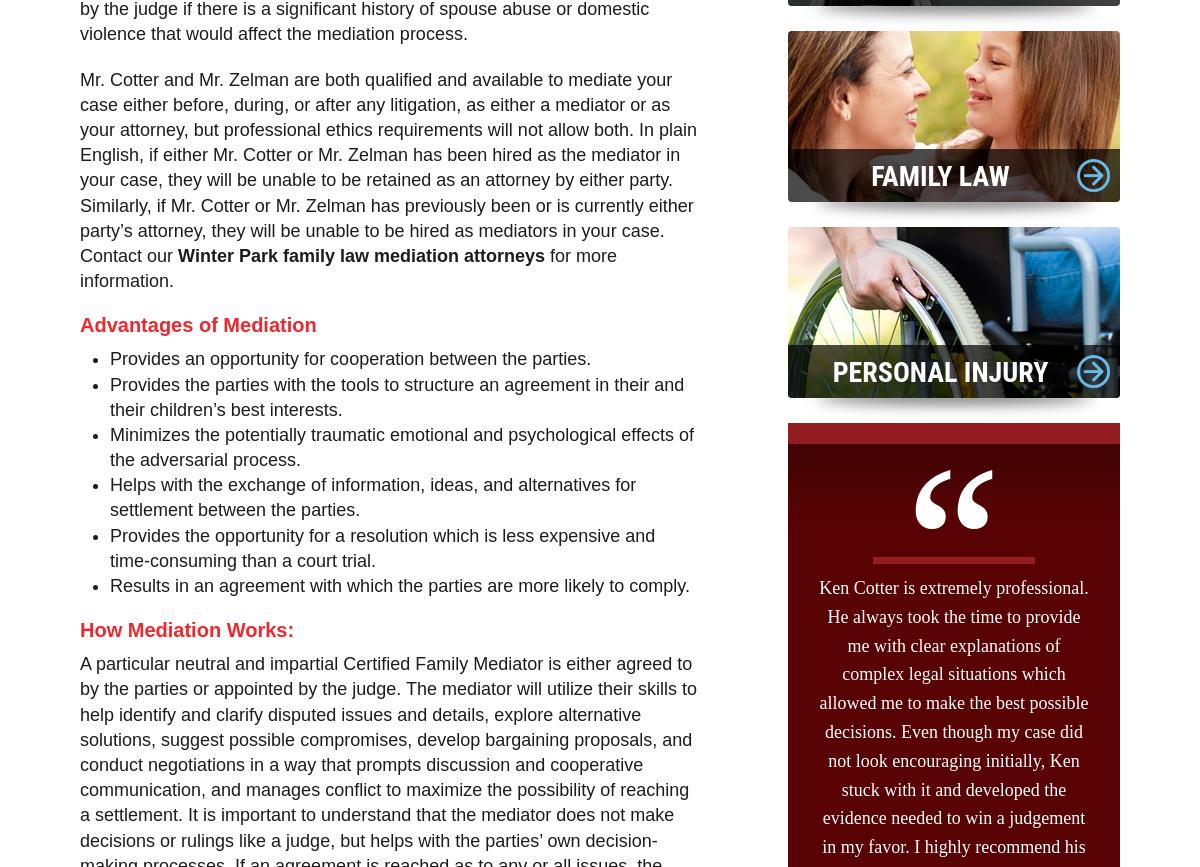 This screenshot has width=1200, height=867. What do you see at coordinates (401, 446) in the screenshot?
I see `'Minimizes the potentially traumatic emotional and psychological effects of the adversarial process.'` at bounding box center [401, 446].